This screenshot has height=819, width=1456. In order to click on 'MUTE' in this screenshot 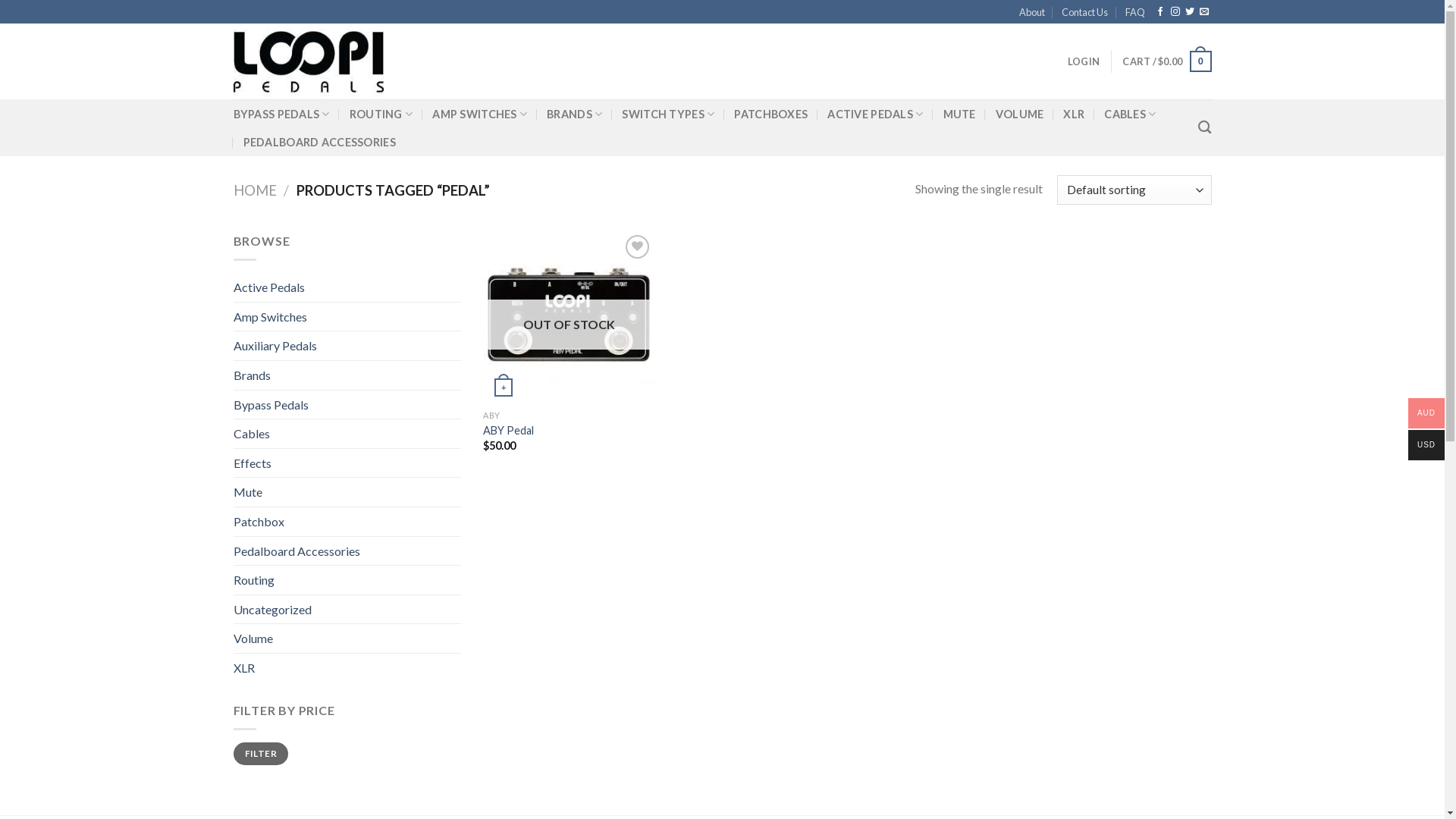, I will do `click(942, 113)`.